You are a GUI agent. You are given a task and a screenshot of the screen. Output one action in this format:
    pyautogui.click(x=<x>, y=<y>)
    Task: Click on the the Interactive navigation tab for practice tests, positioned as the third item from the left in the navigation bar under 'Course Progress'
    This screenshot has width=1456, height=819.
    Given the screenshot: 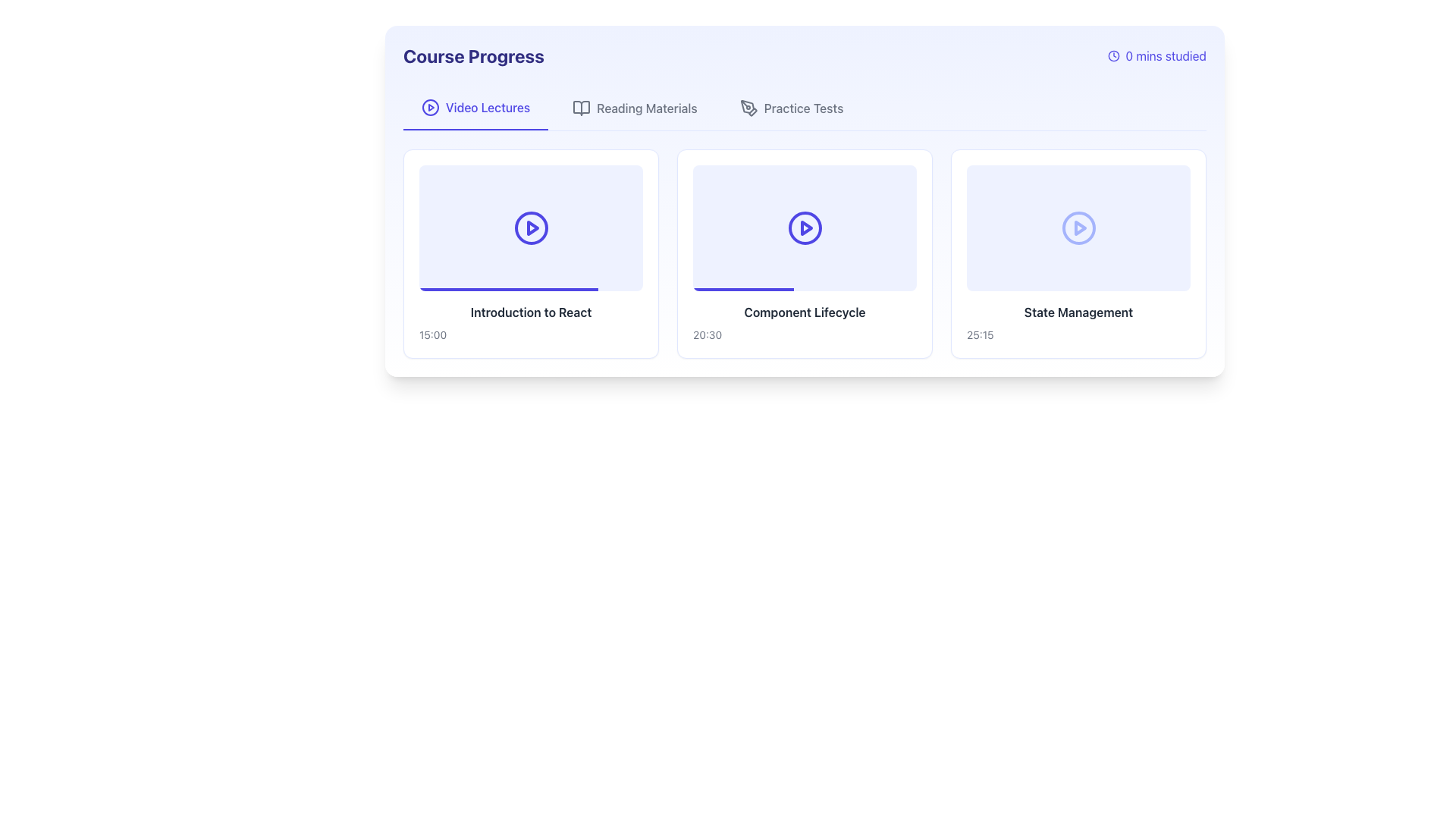 What is the action you would take?
    pyautogui.click(x=791, y=107)
    